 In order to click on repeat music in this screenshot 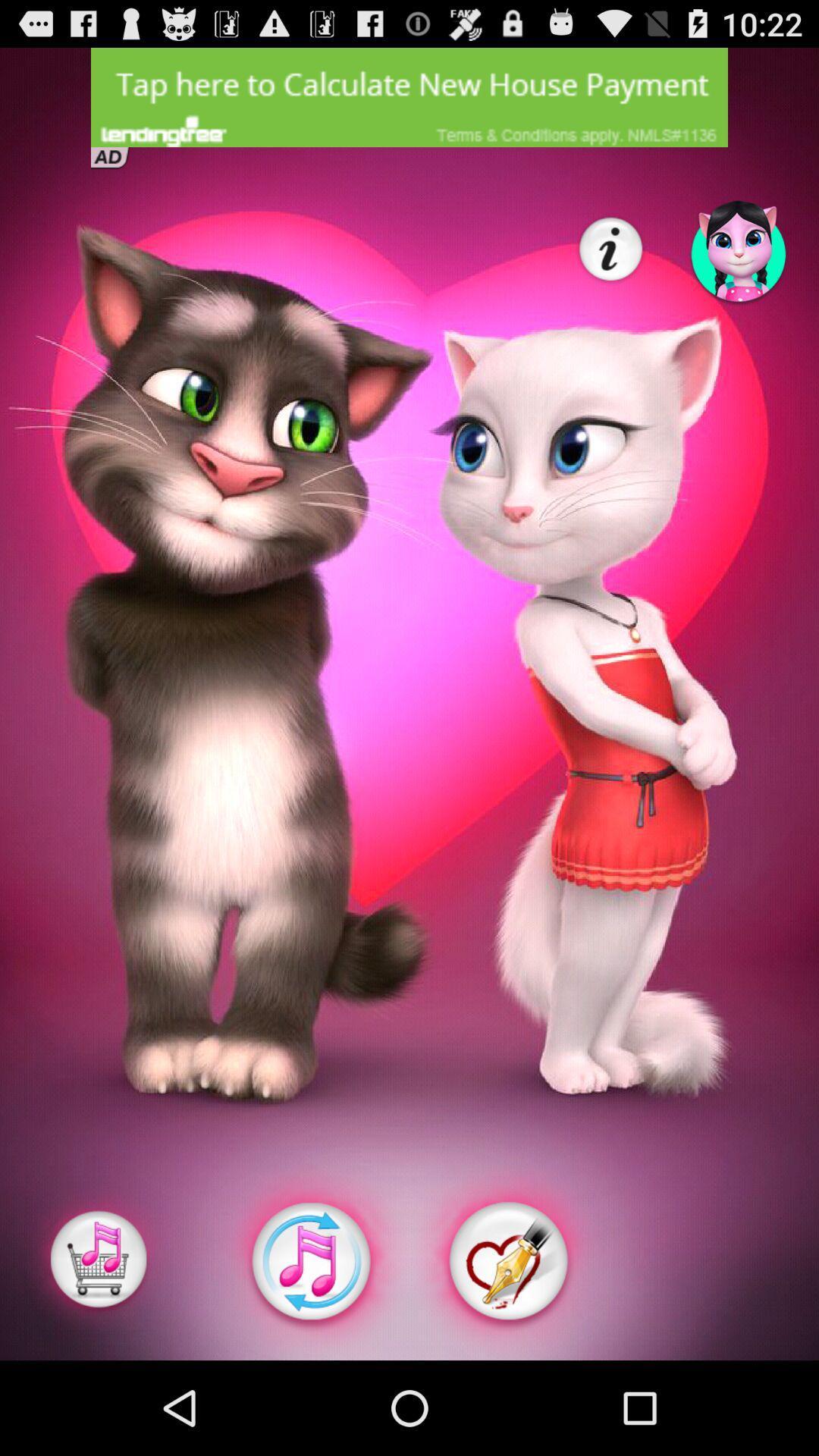, I will do `click(309, 1261)`.